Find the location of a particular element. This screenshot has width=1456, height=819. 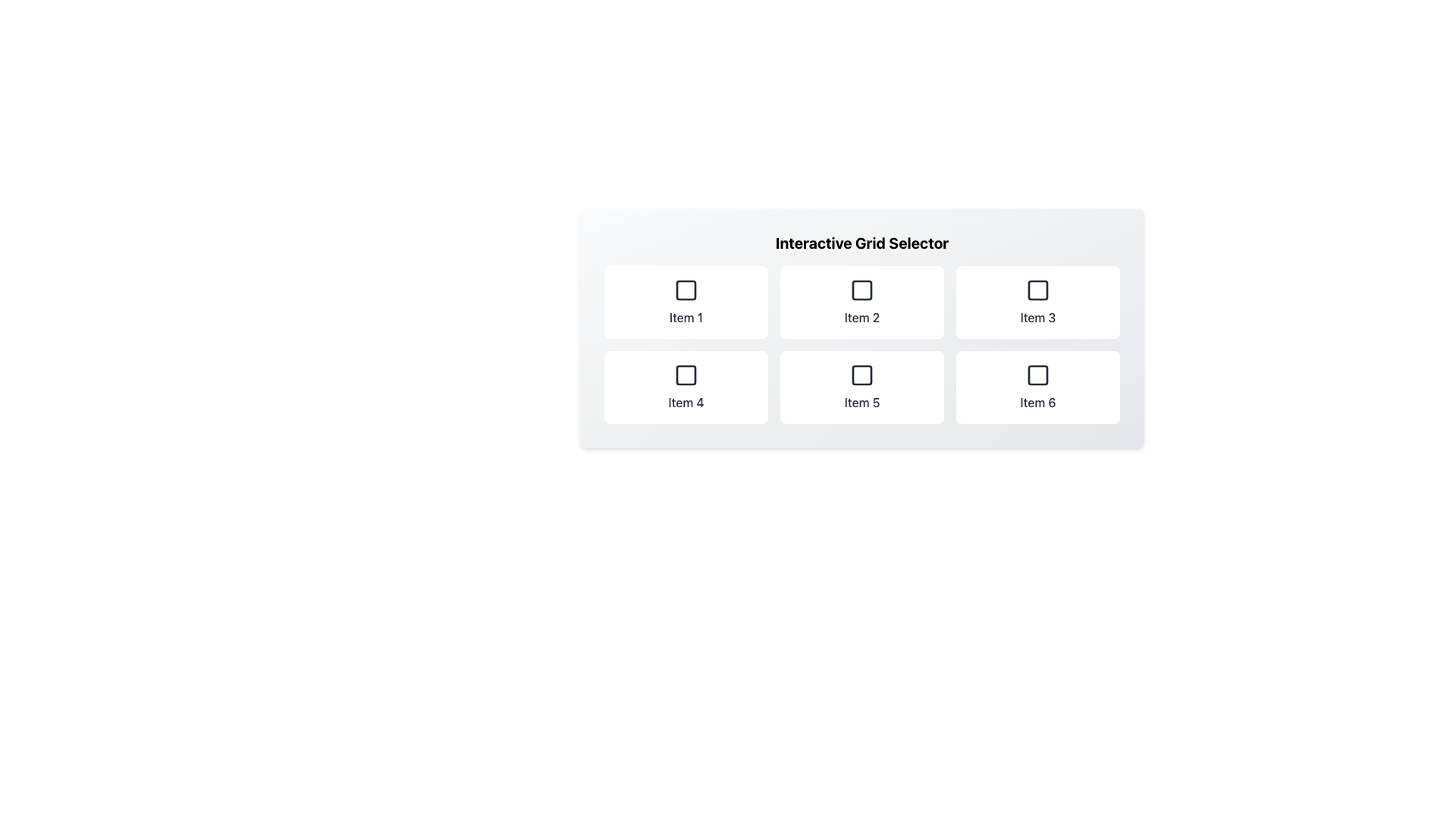

the rounded rectangular button labeled 'Item 1' is located at coordinates (686, 302).